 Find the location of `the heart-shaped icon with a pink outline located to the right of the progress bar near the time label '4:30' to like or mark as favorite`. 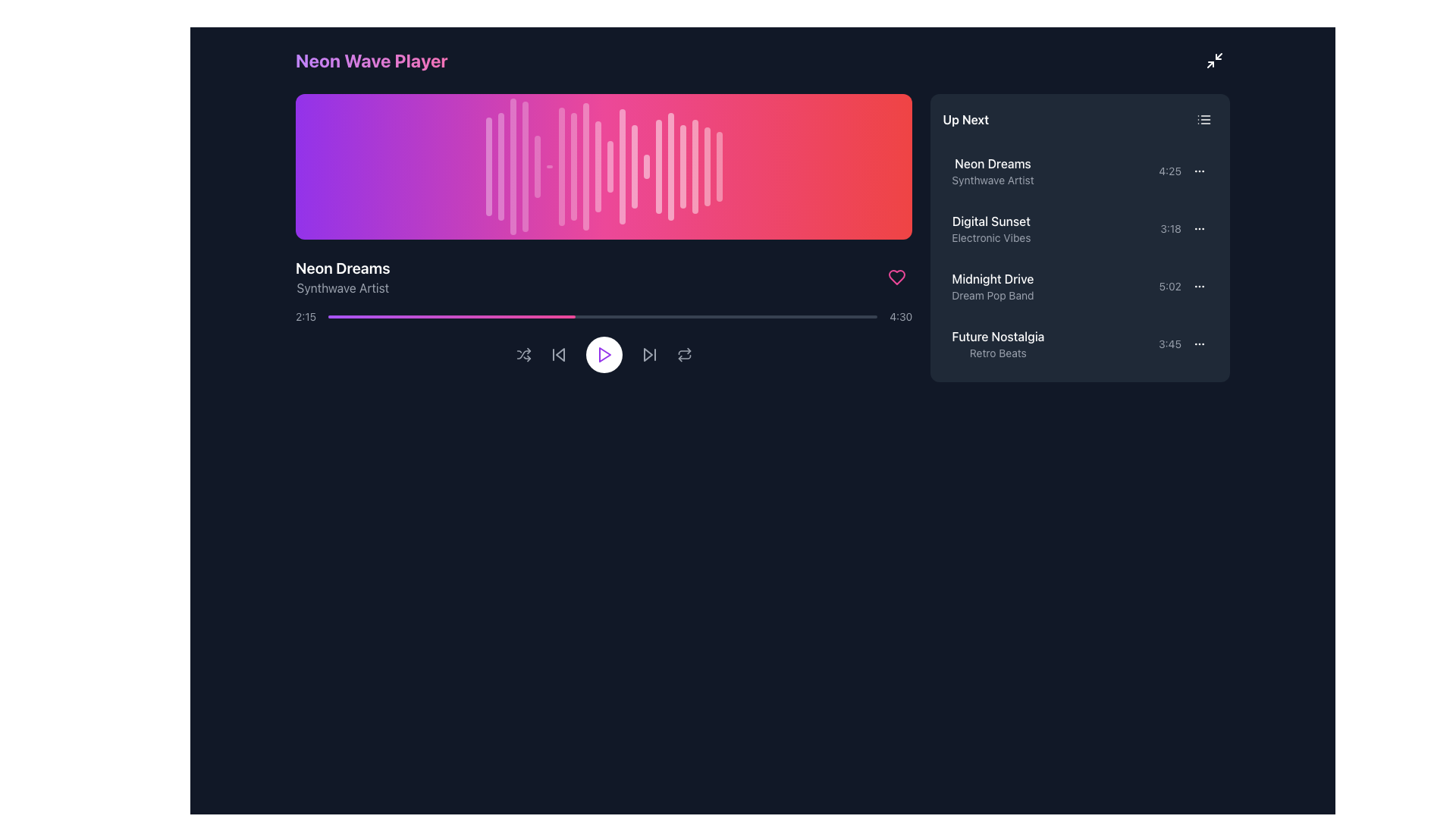

the heart-shaped icon with a pink outline located to the right of the progress bar near the time label '4:30' to like or mark as favorite is located at coordinates (897, 278).